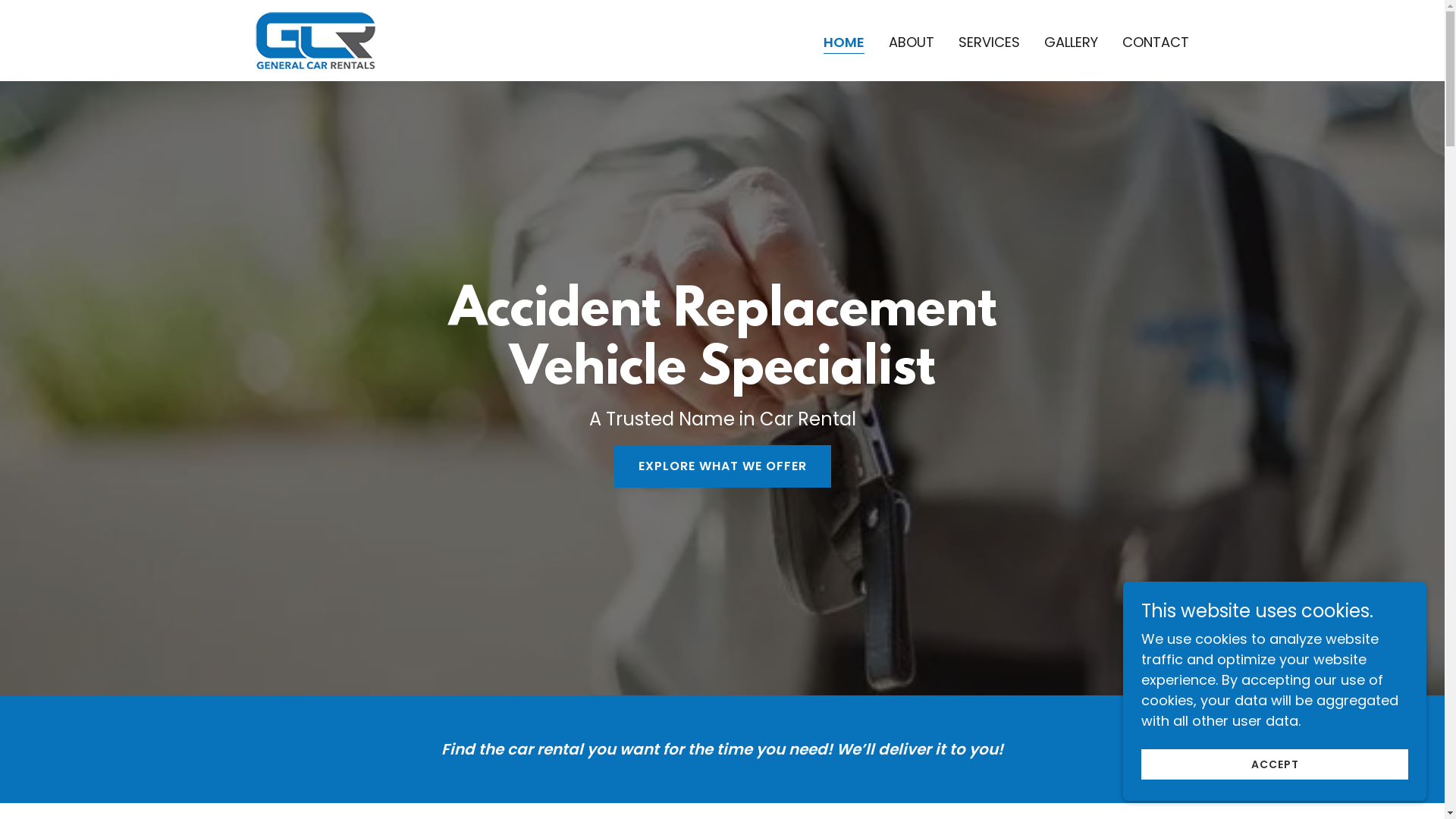 The height and width of the screenshot is (819, 1456). Describe the element at coordinates (313, 38) in the screenshot. I see `'General Car Rentals'` at that location.